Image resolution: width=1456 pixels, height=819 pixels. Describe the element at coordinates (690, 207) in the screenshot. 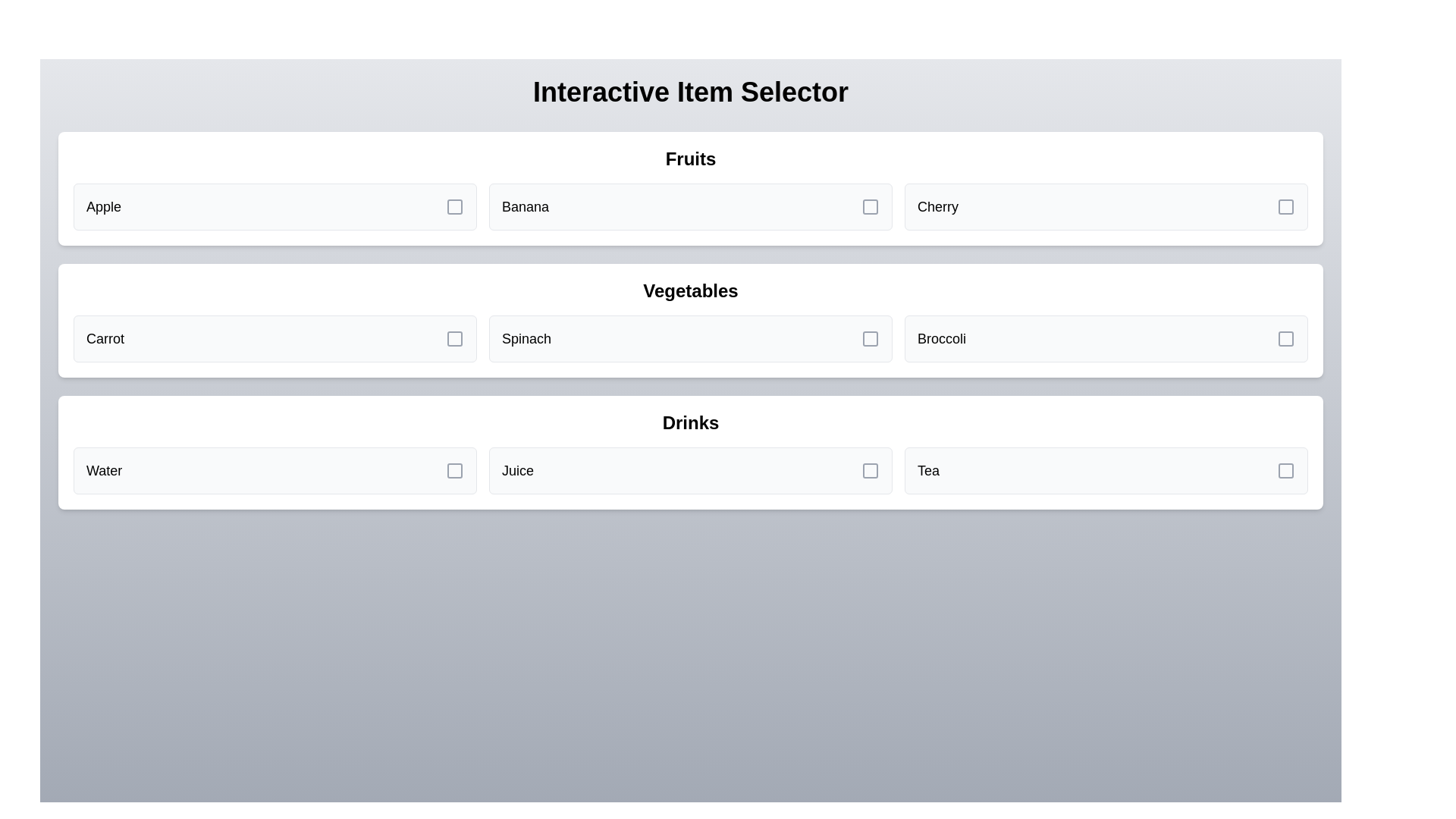

I see `the item Banana from the grid` at that location.